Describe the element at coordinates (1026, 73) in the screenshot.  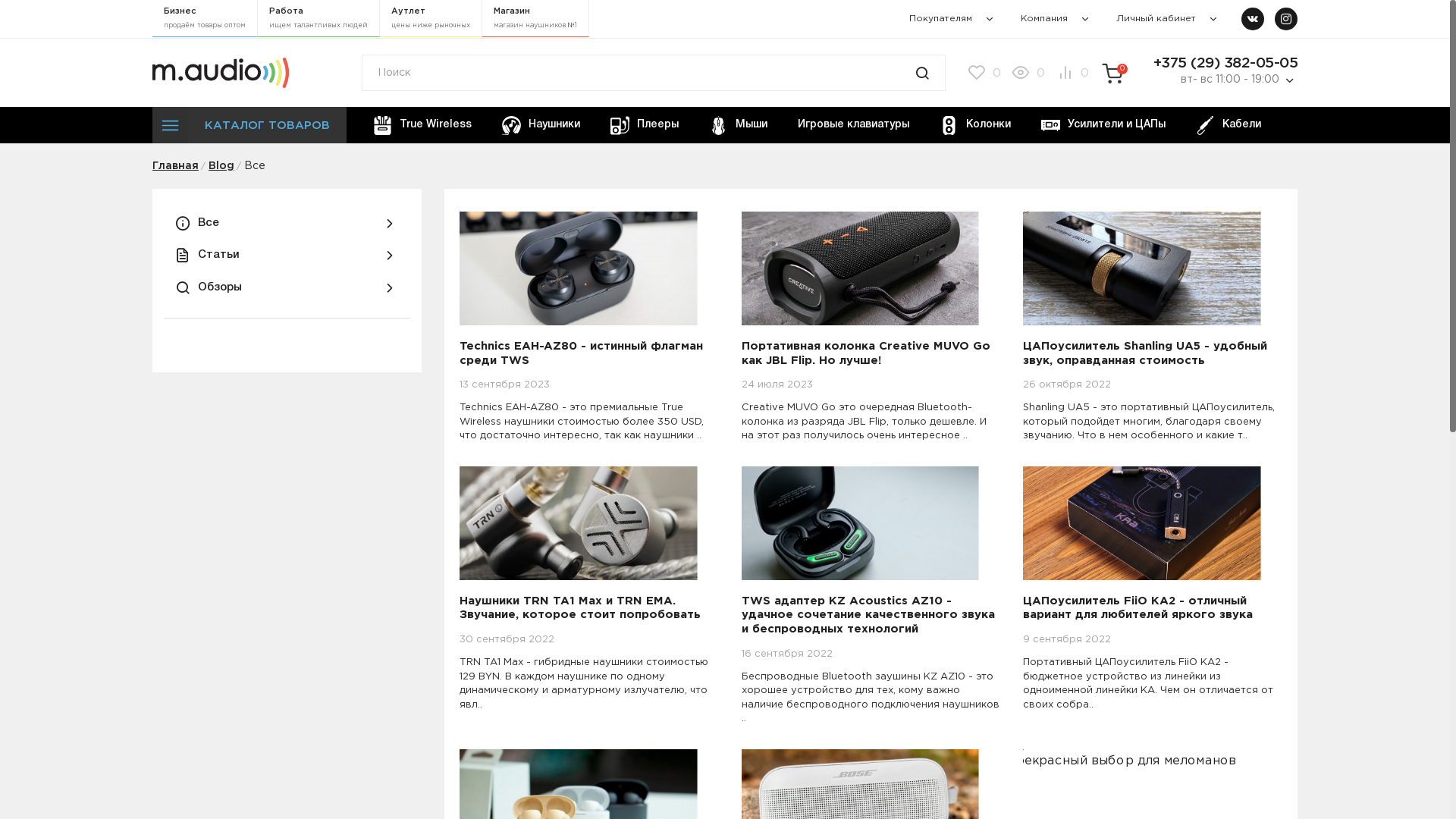
I see `'0'` at that location.